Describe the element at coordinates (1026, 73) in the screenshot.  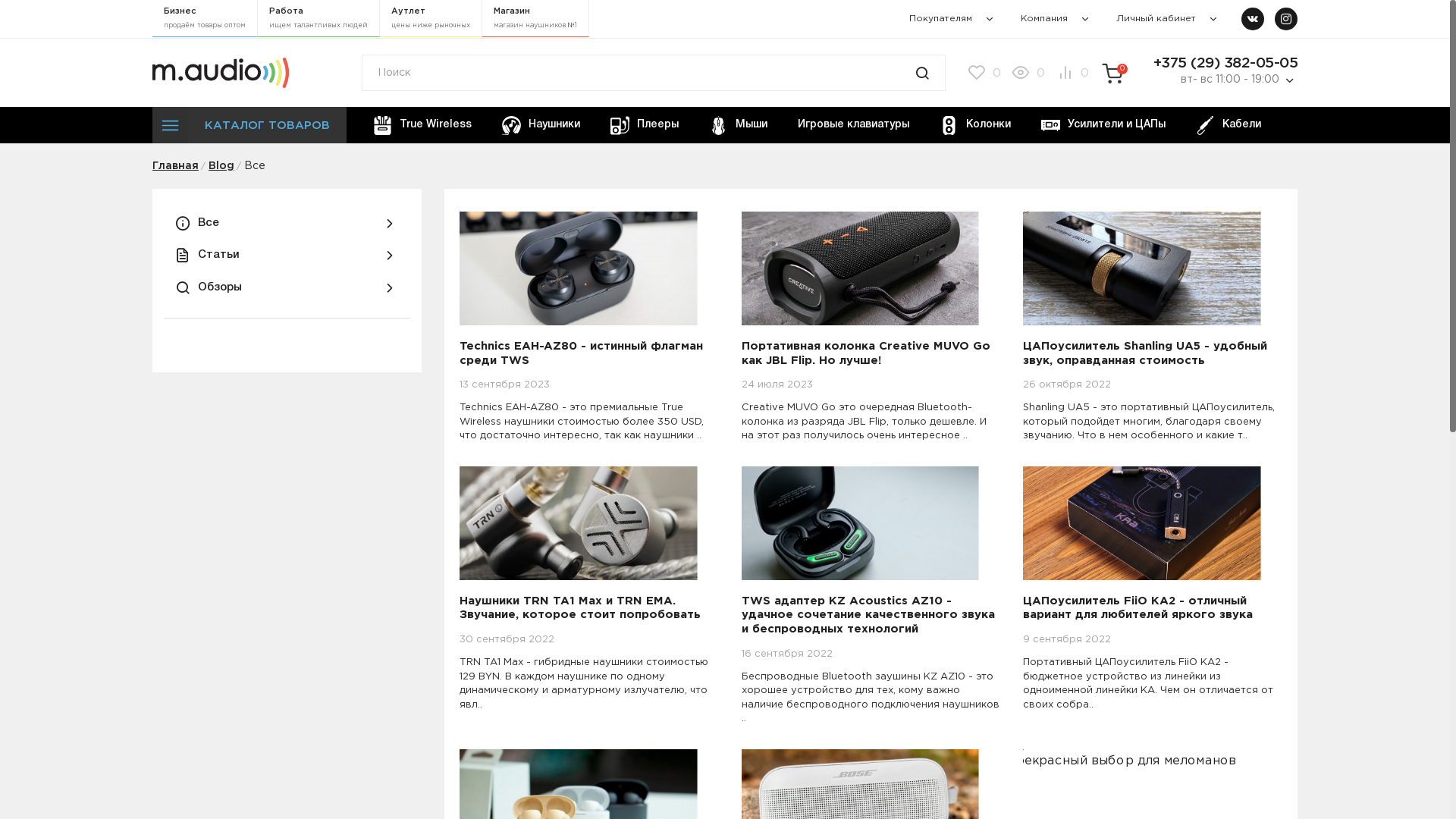
I see `'0'` at that location.